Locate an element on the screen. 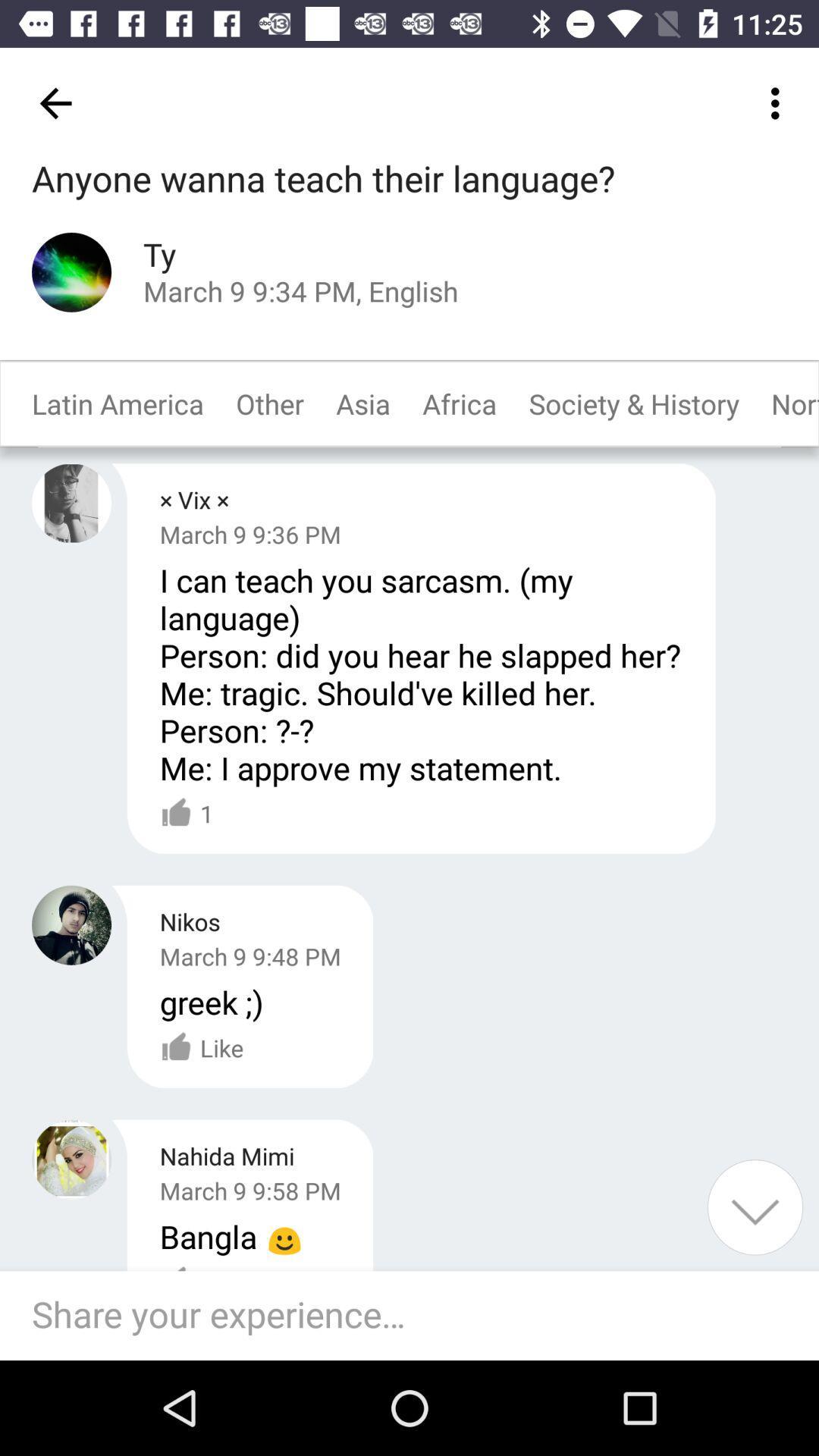 The width and height of the screenshot is (819, 1456). icon above the society & history icon is located at coordinates (779, 102).